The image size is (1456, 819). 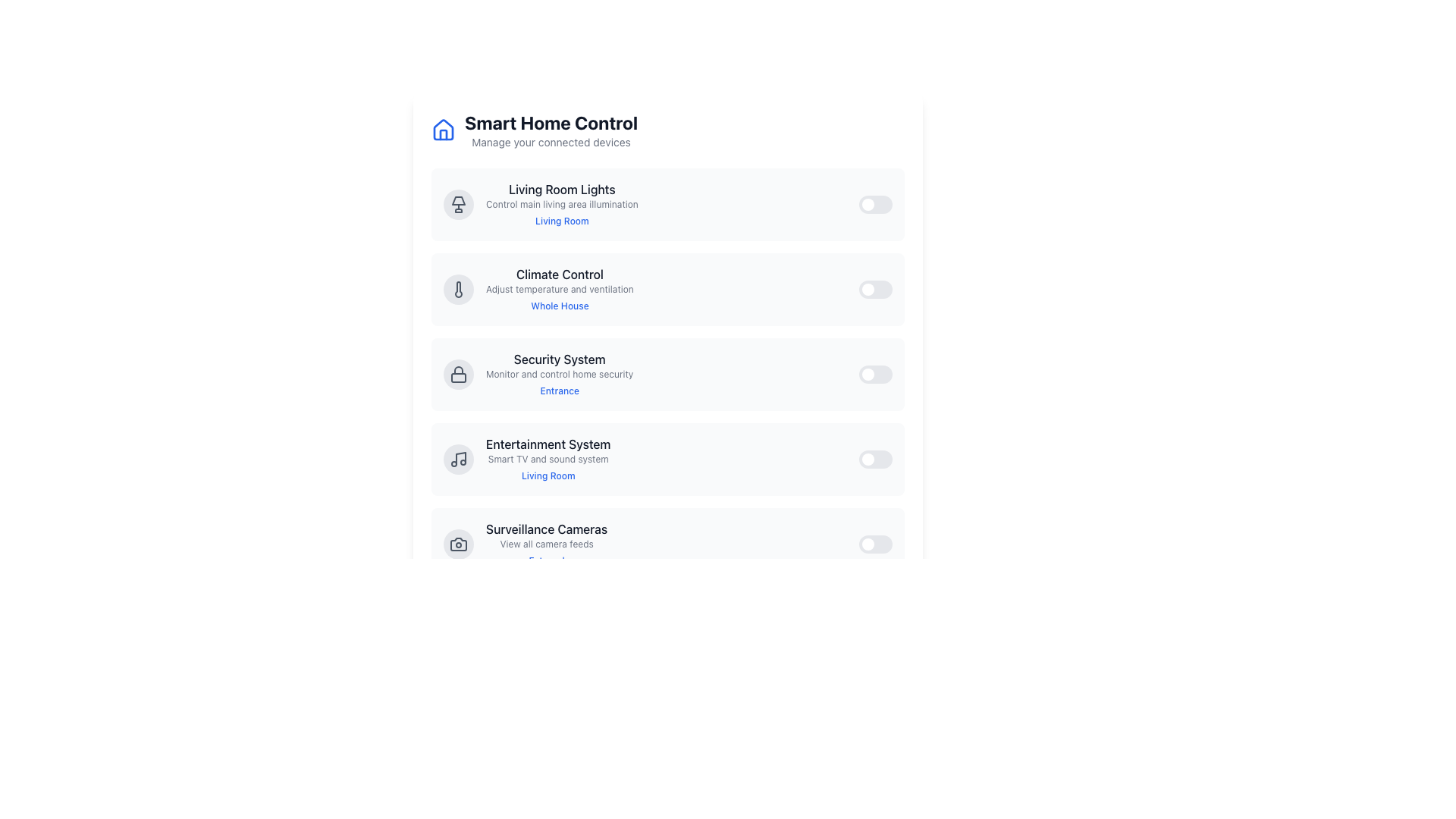 What do you see at coordinates (538, 289) in the screenshot?
I see `the Labeled list option titled 'Climate Control' with the subtitle 'Adjust temperature and ventilation' and the link 'Whole House'` at bounding box center [538, 289].